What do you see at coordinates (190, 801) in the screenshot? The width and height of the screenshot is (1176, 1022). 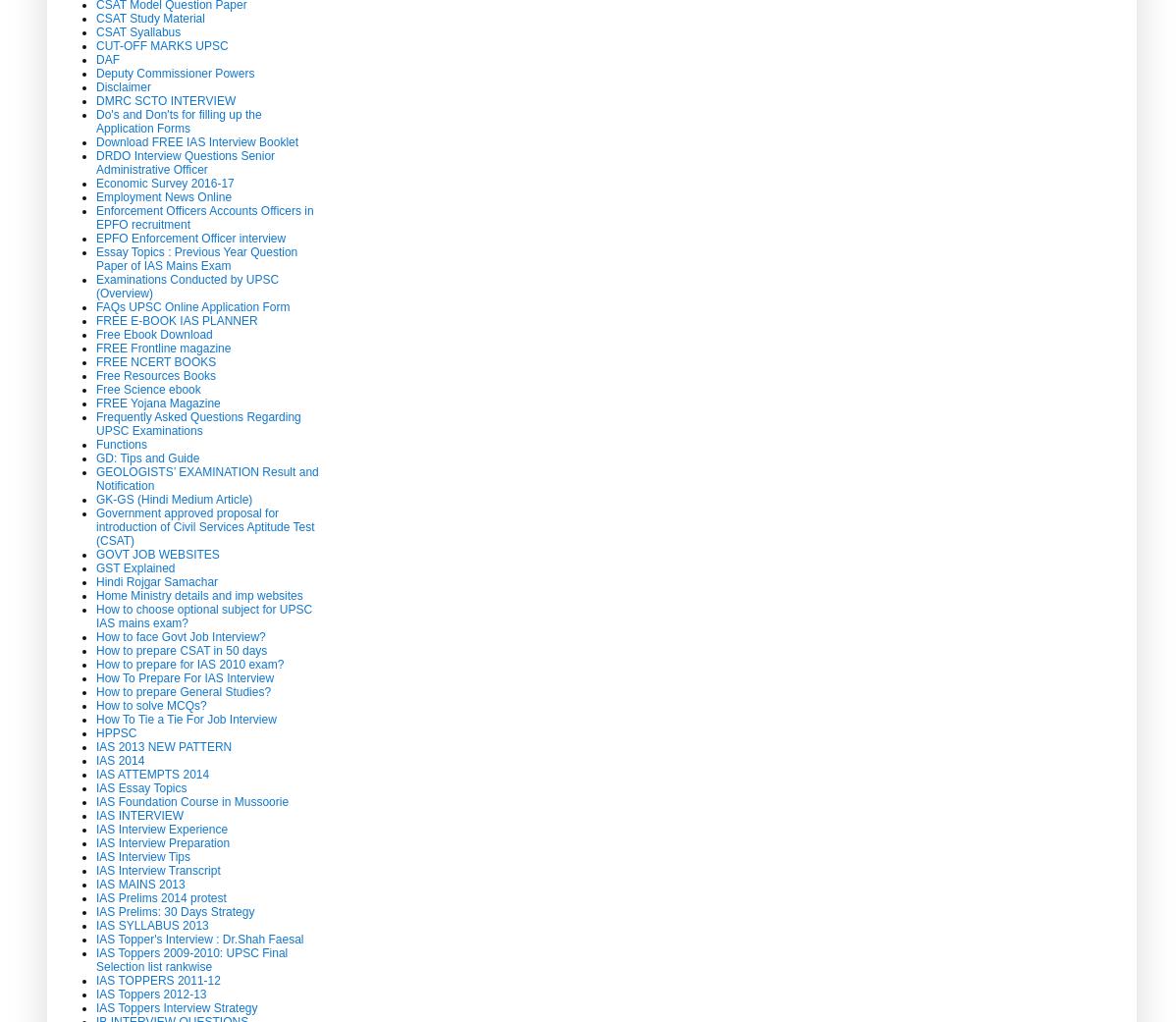 I see `'IAS Foundation Course in Mussoorie'` at bounding box center [190, 801].